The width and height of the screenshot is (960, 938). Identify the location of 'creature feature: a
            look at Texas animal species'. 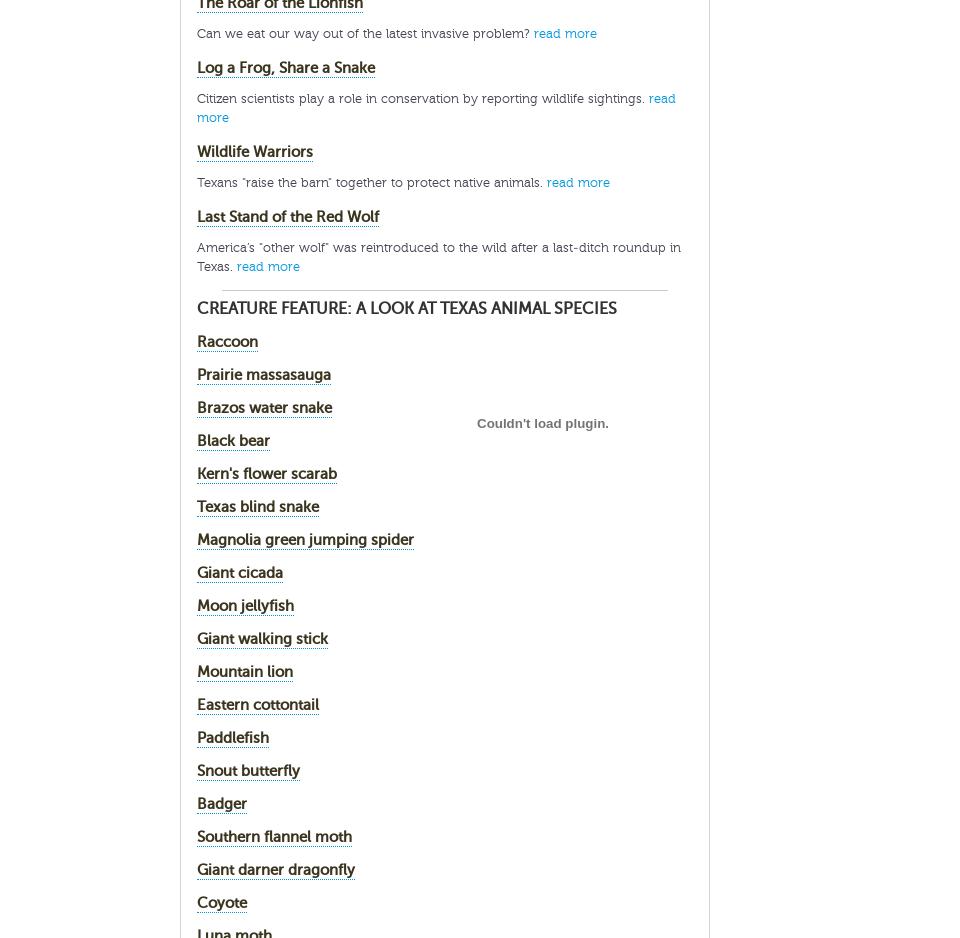
(406, 307).